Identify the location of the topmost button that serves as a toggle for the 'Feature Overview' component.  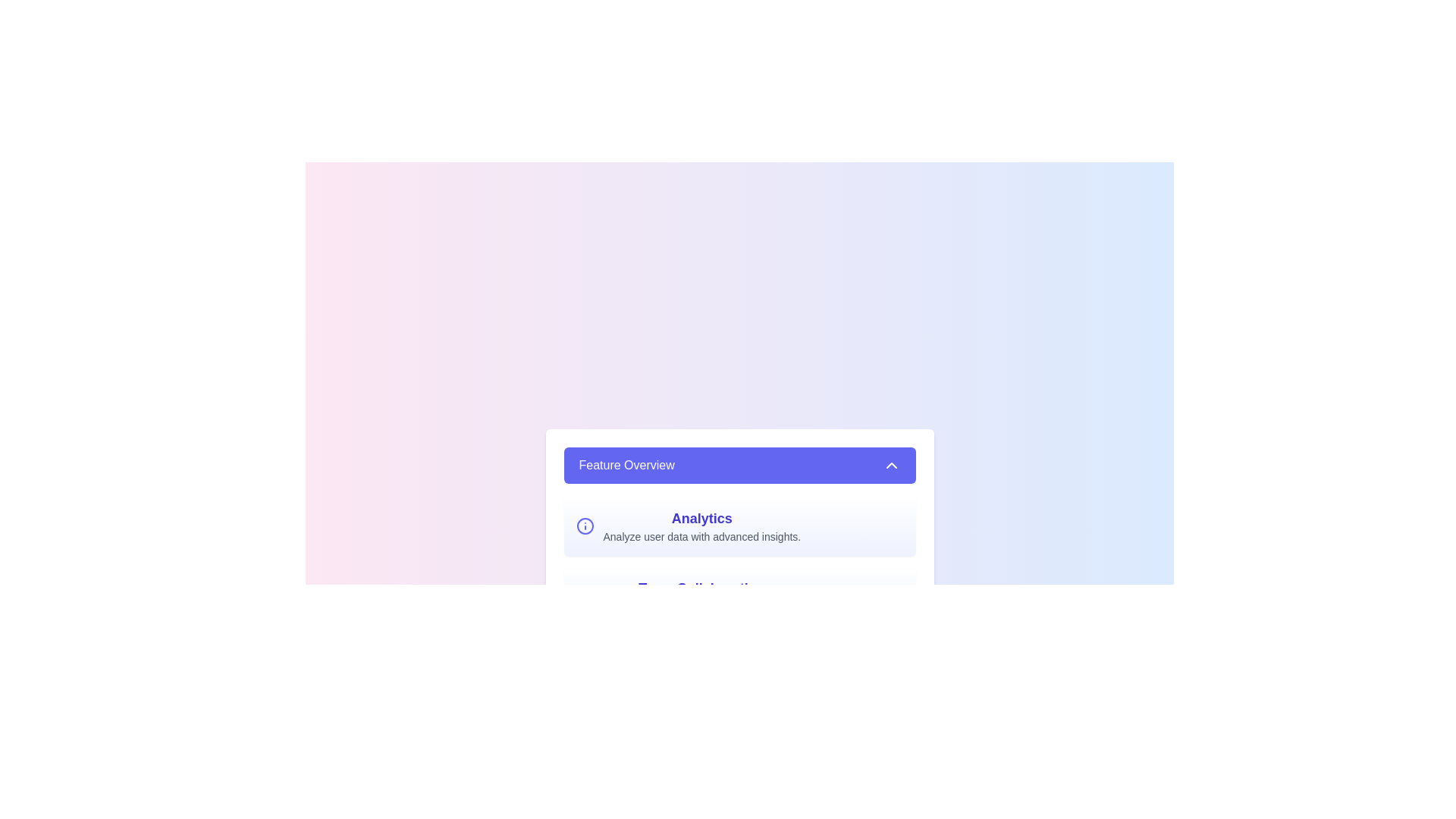
(739, 464).